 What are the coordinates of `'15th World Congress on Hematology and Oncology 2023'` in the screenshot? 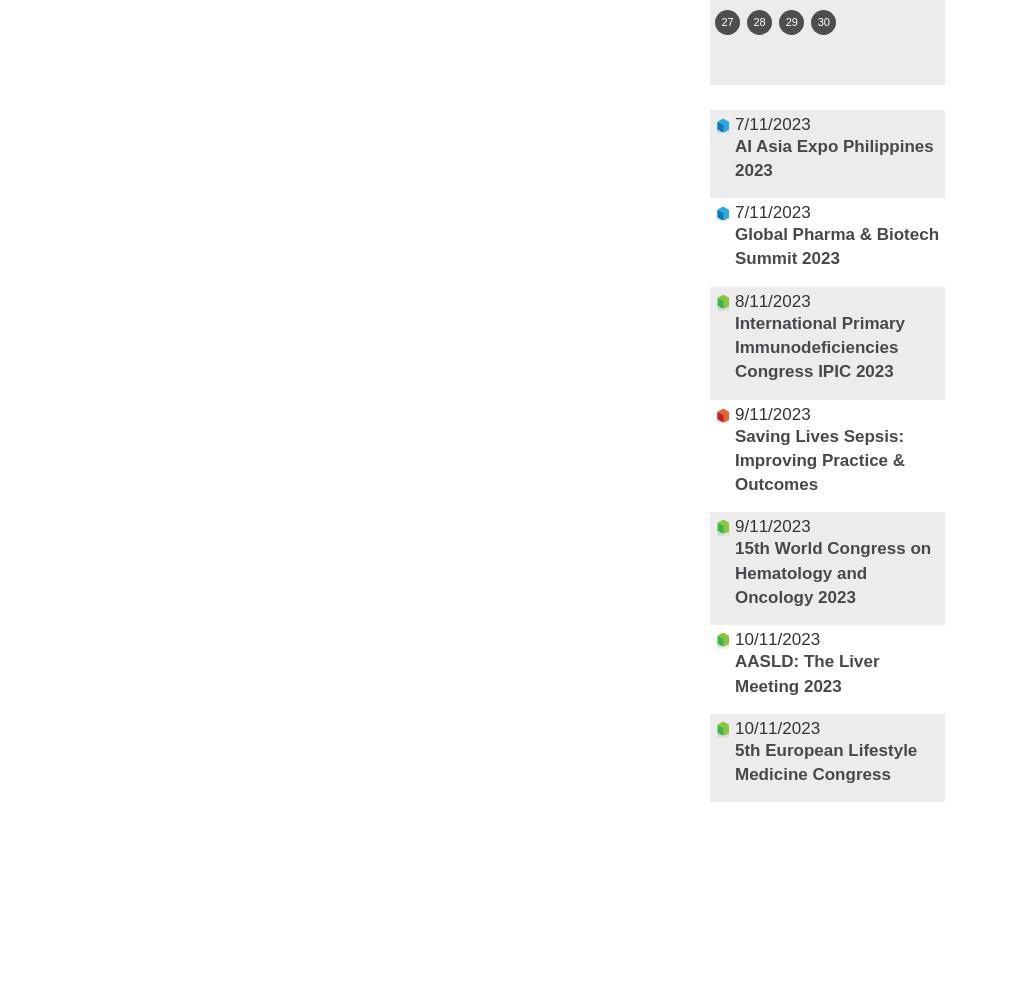 It's located at (733, 571).